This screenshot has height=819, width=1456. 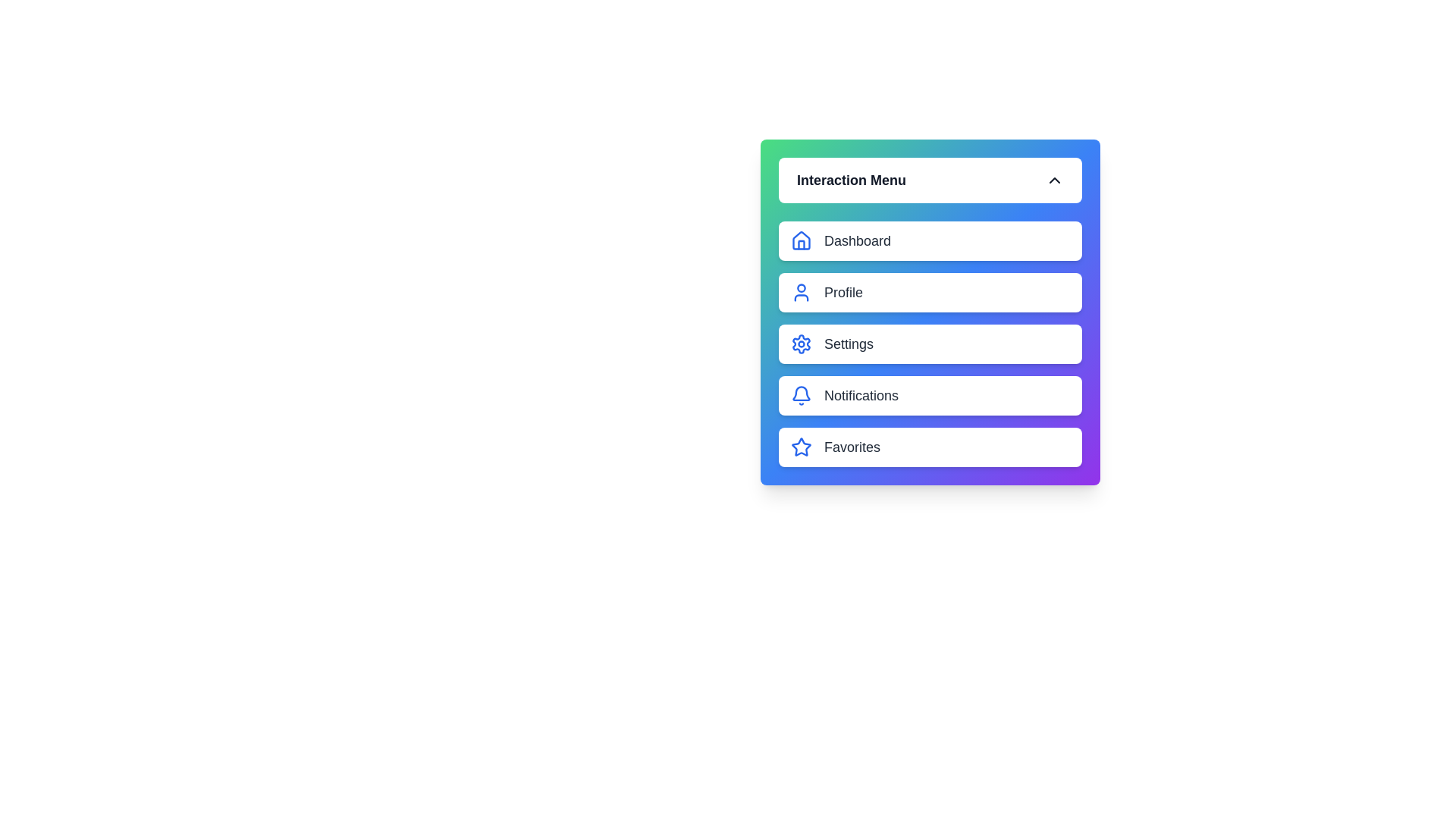 What do you see at coordinates (930, 292) in the screenshot?
I see `the menu item Profile in the ModernProfileMenu` at bounding box center [930, 292].